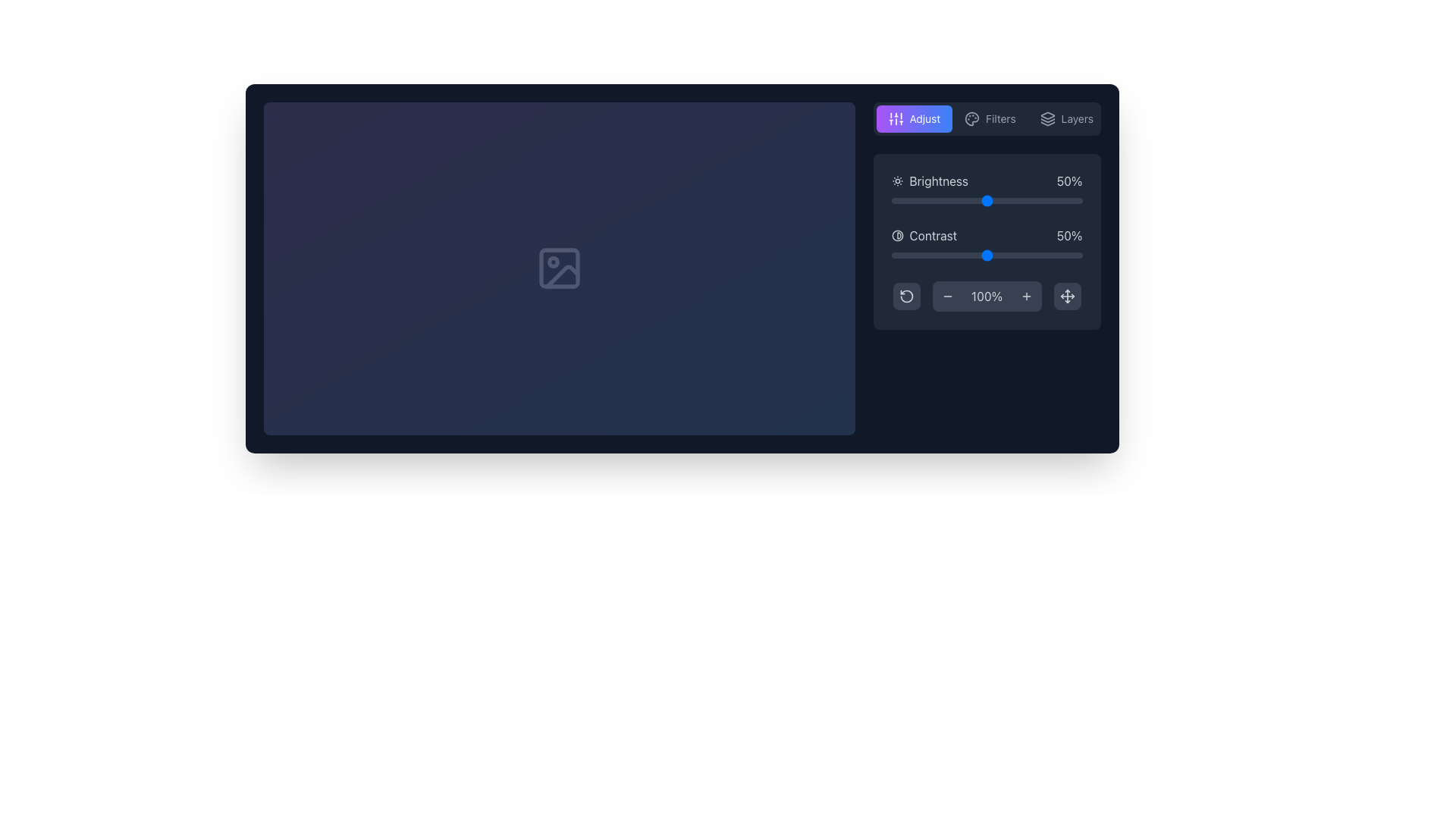 The width and height of the screenshot is (1456, 819). What do you see at coordinates (1078, 200) in the screenshot?
I see `the slider value` at bounding box center [1078, 200].